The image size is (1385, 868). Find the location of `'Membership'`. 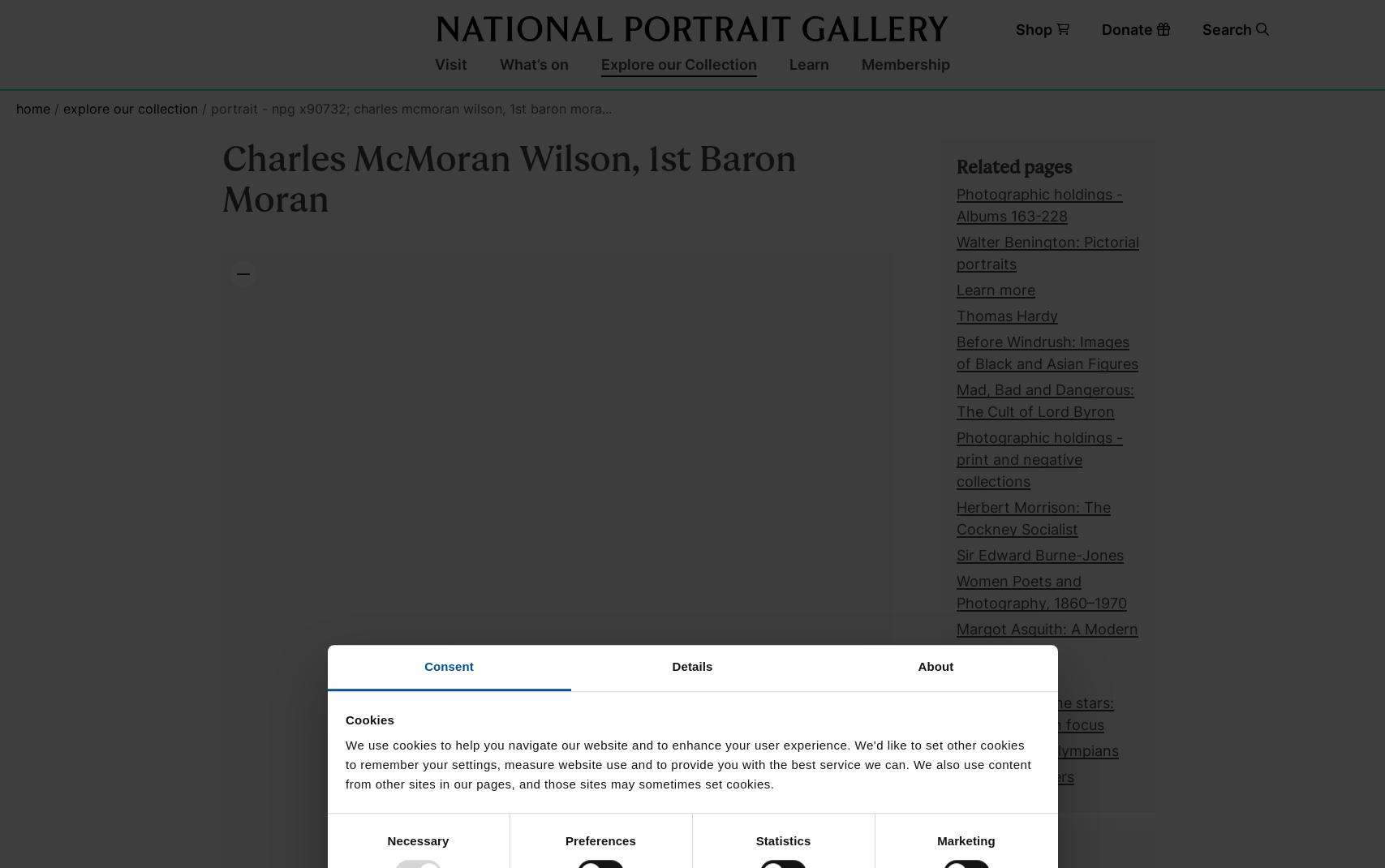

'Membership' is located at coordinates (905, 62).